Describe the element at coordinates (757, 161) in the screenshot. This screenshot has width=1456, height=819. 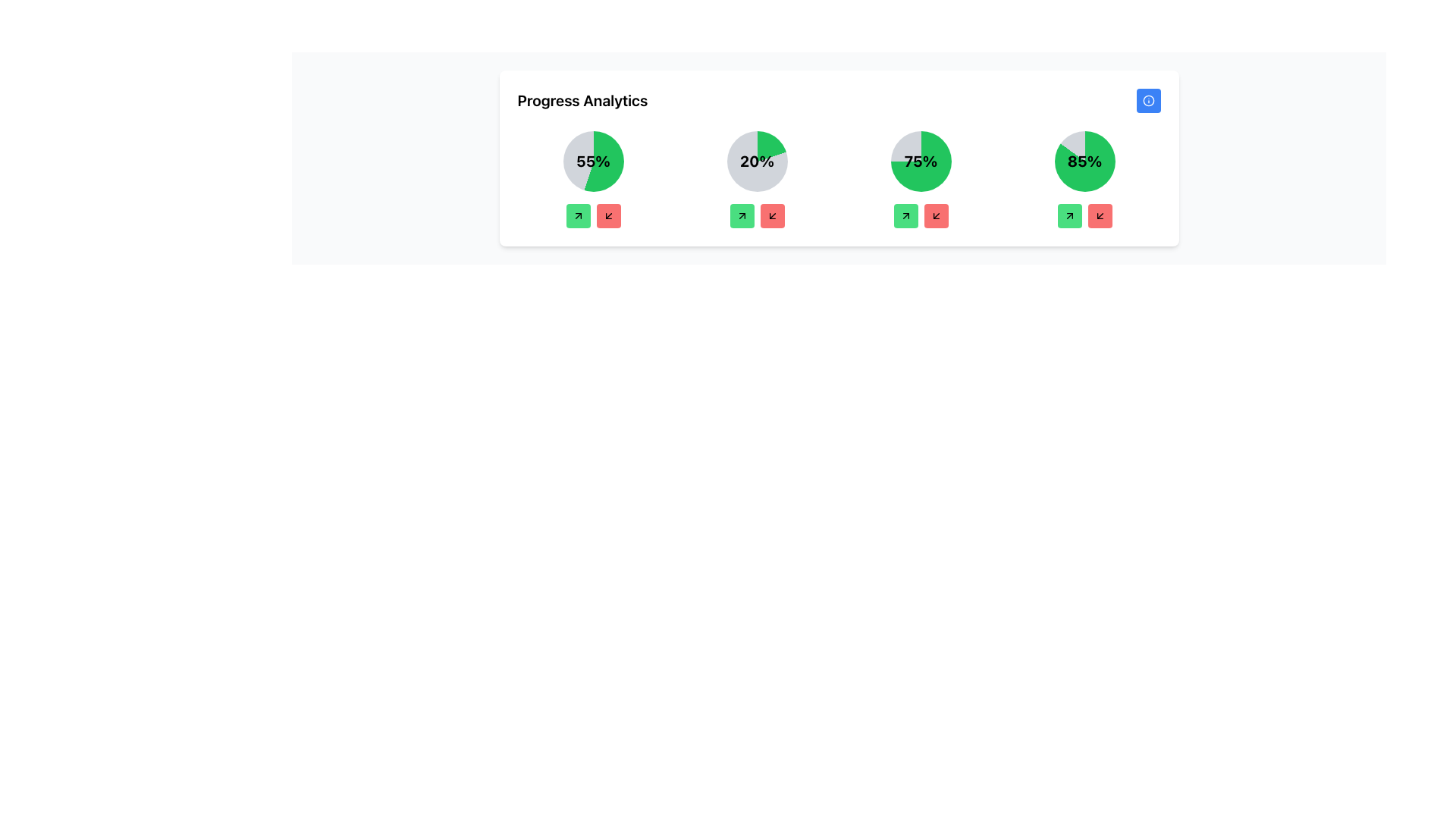
I see `the circular progress indicator displaying '20%' in a bold font, styled with a green and grey conic gradient, positioned as the second progress circle from the left in the analytics section` at that location.